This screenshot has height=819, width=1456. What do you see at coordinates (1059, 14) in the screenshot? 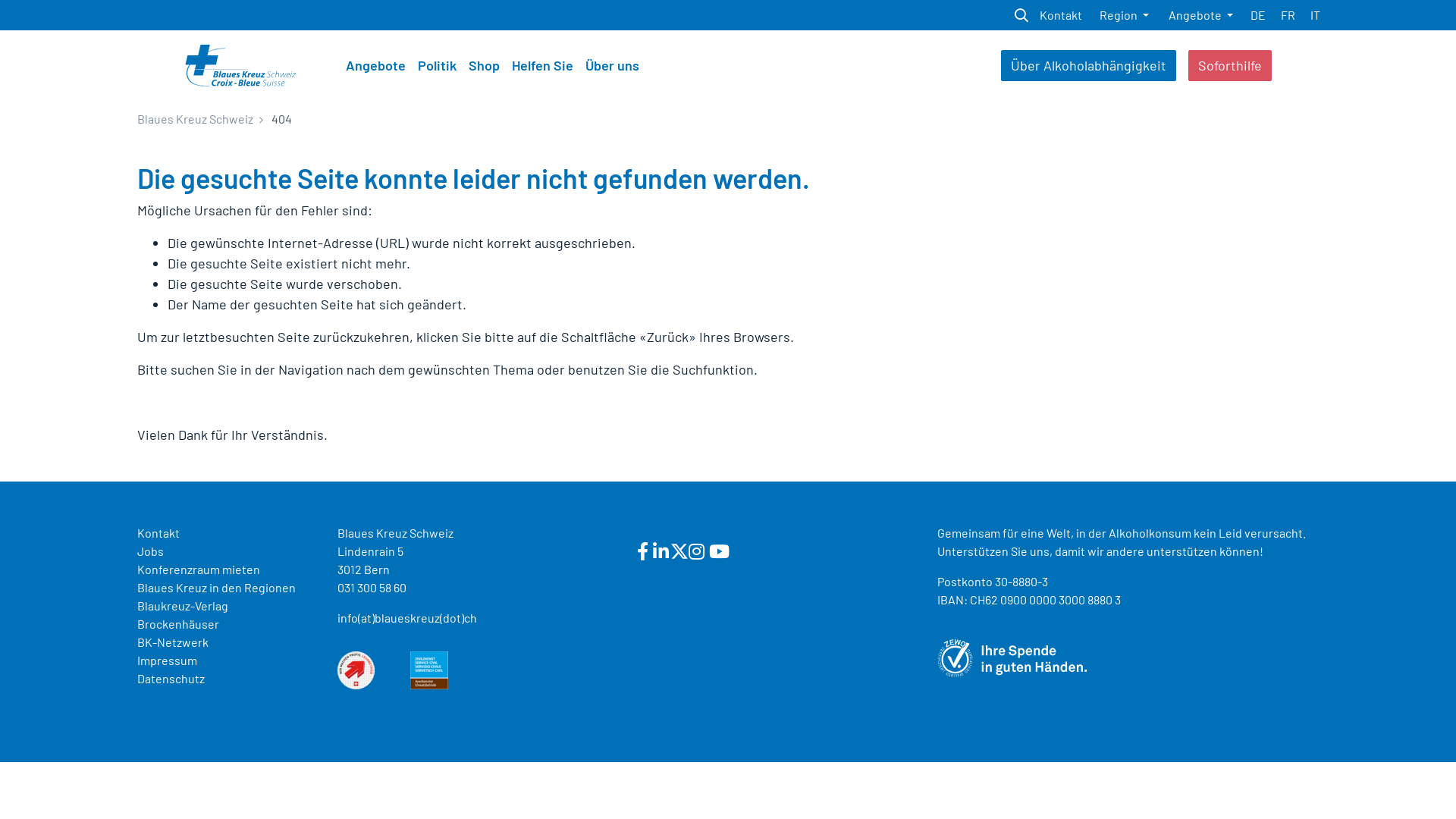
I see `'Kontakt'` at bounding box center [1059, 14].